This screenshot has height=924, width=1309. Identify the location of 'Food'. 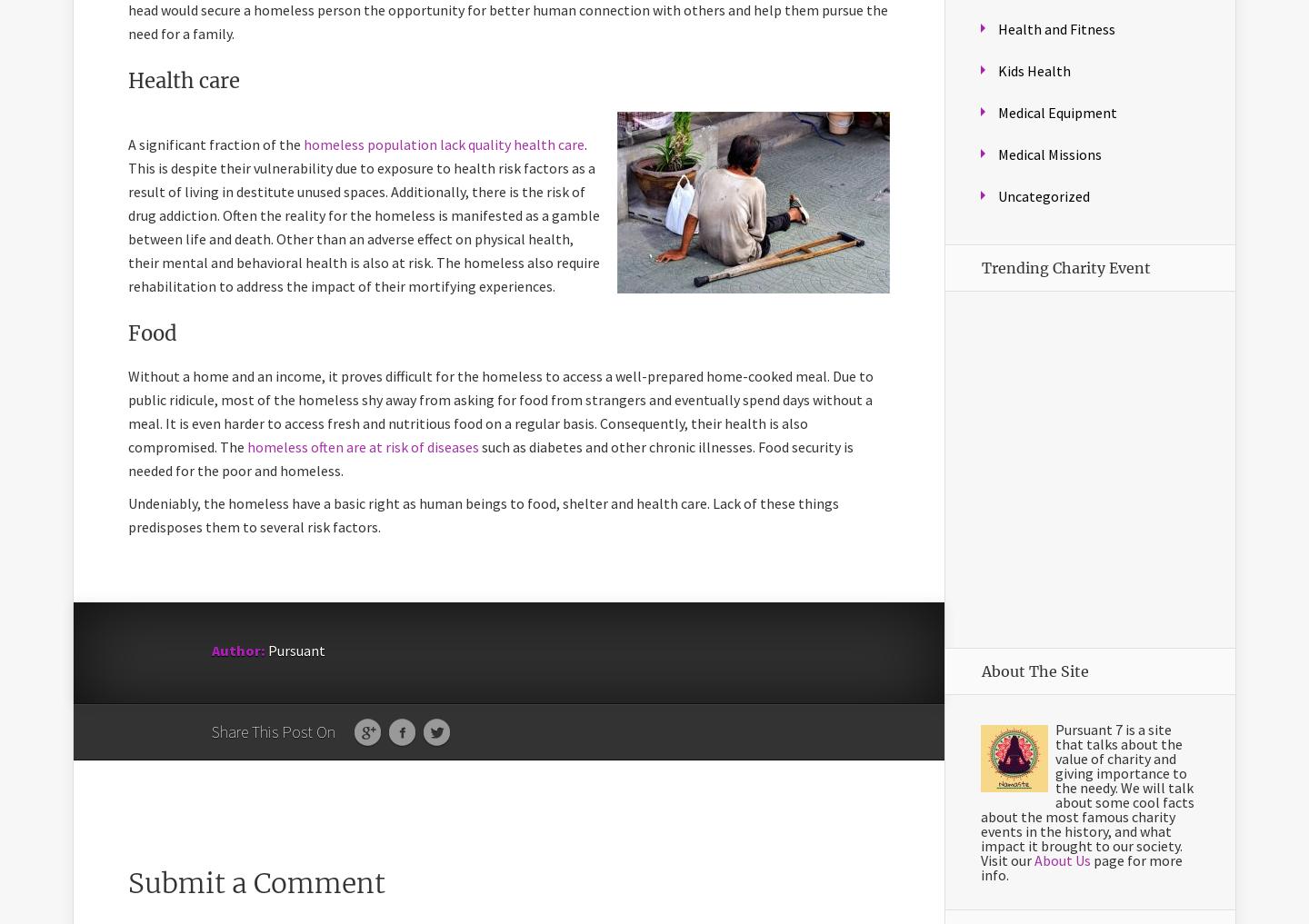
(152, 333).